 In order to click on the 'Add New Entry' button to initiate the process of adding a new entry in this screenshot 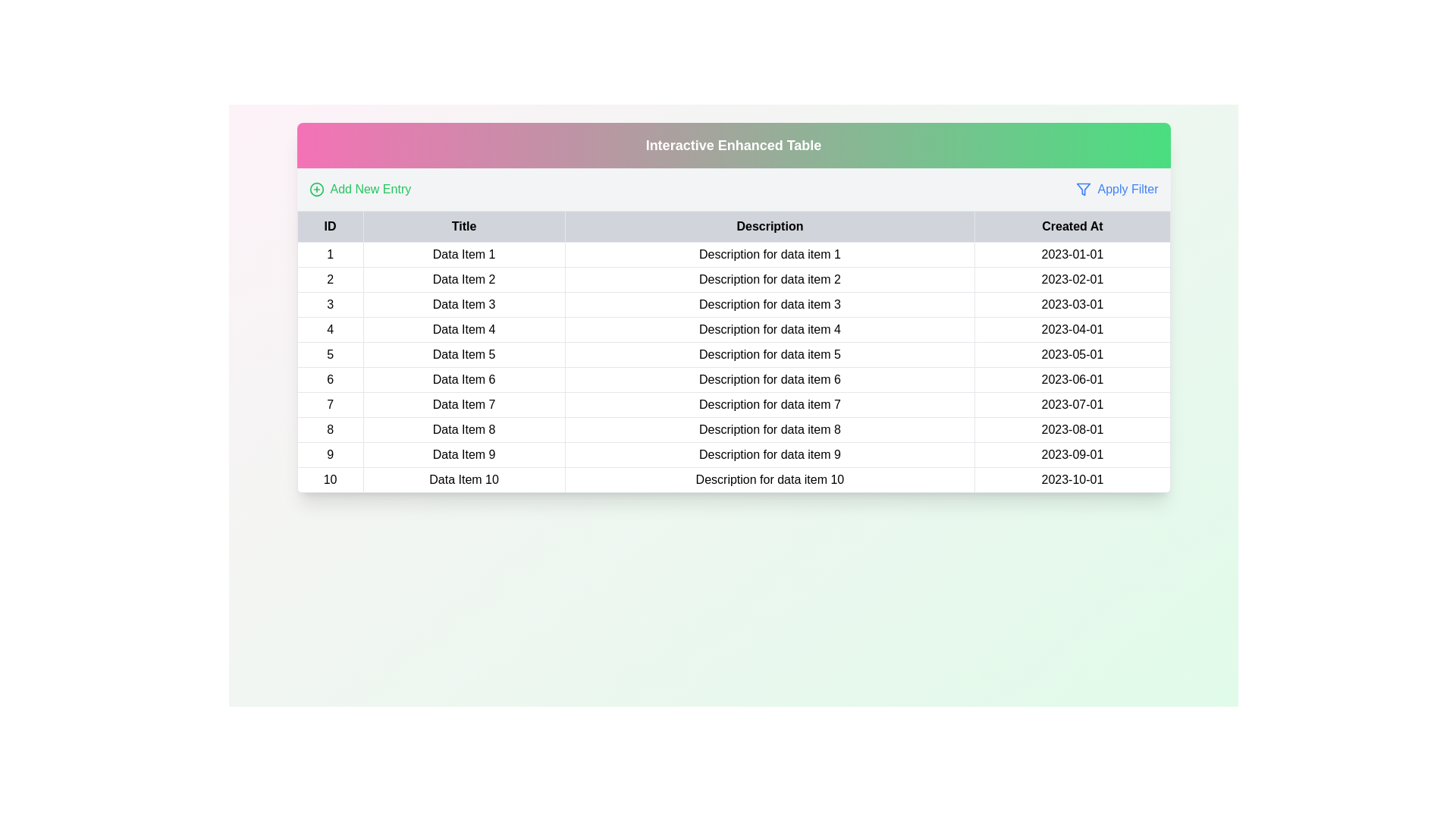, I will do `click(359, 189)`.